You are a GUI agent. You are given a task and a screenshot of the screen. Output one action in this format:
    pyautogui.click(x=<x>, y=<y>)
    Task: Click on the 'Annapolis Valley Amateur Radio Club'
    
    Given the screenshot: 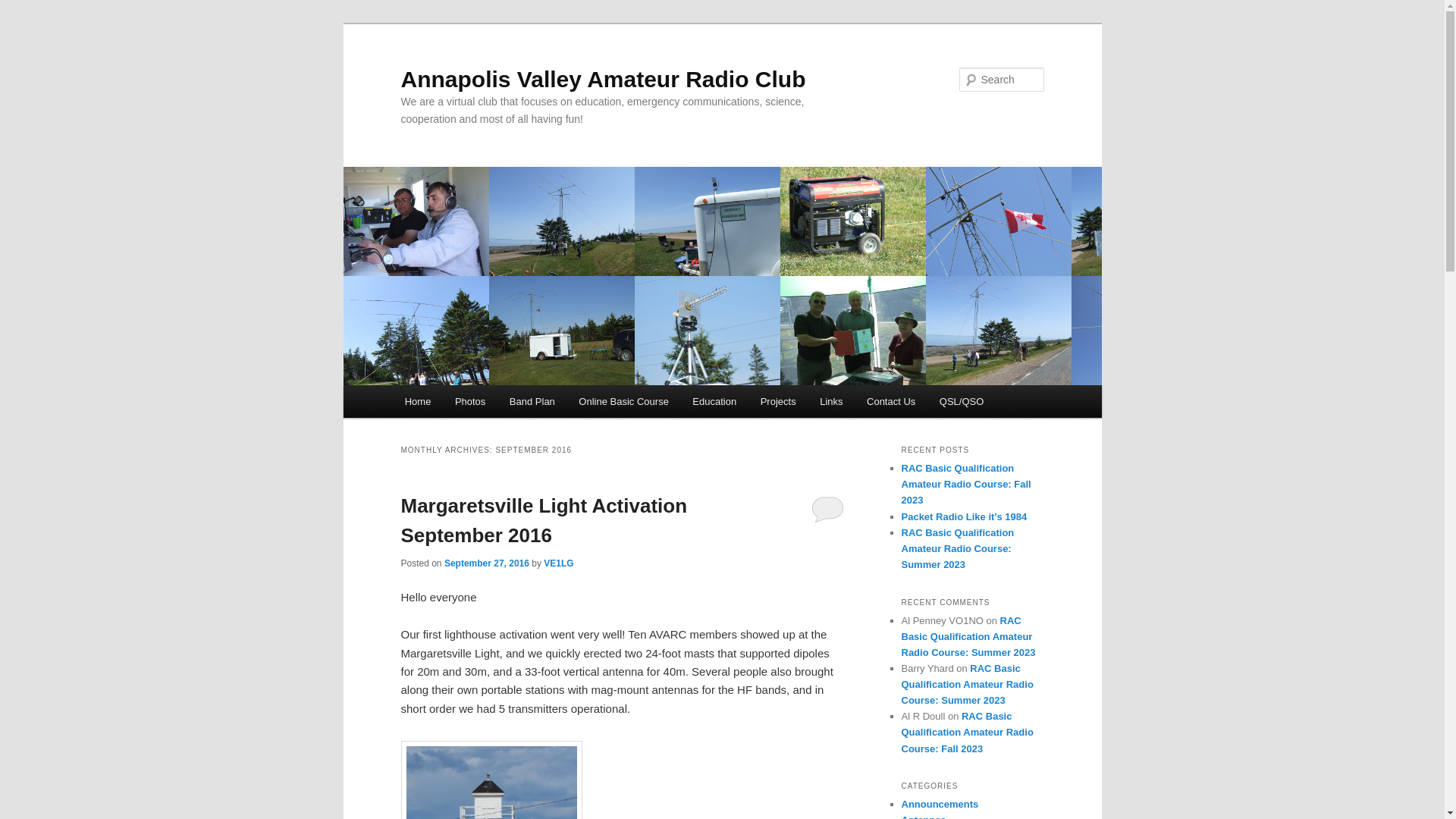 What is the action you would take?
    pyautogui.click(x=602, y=79)
    